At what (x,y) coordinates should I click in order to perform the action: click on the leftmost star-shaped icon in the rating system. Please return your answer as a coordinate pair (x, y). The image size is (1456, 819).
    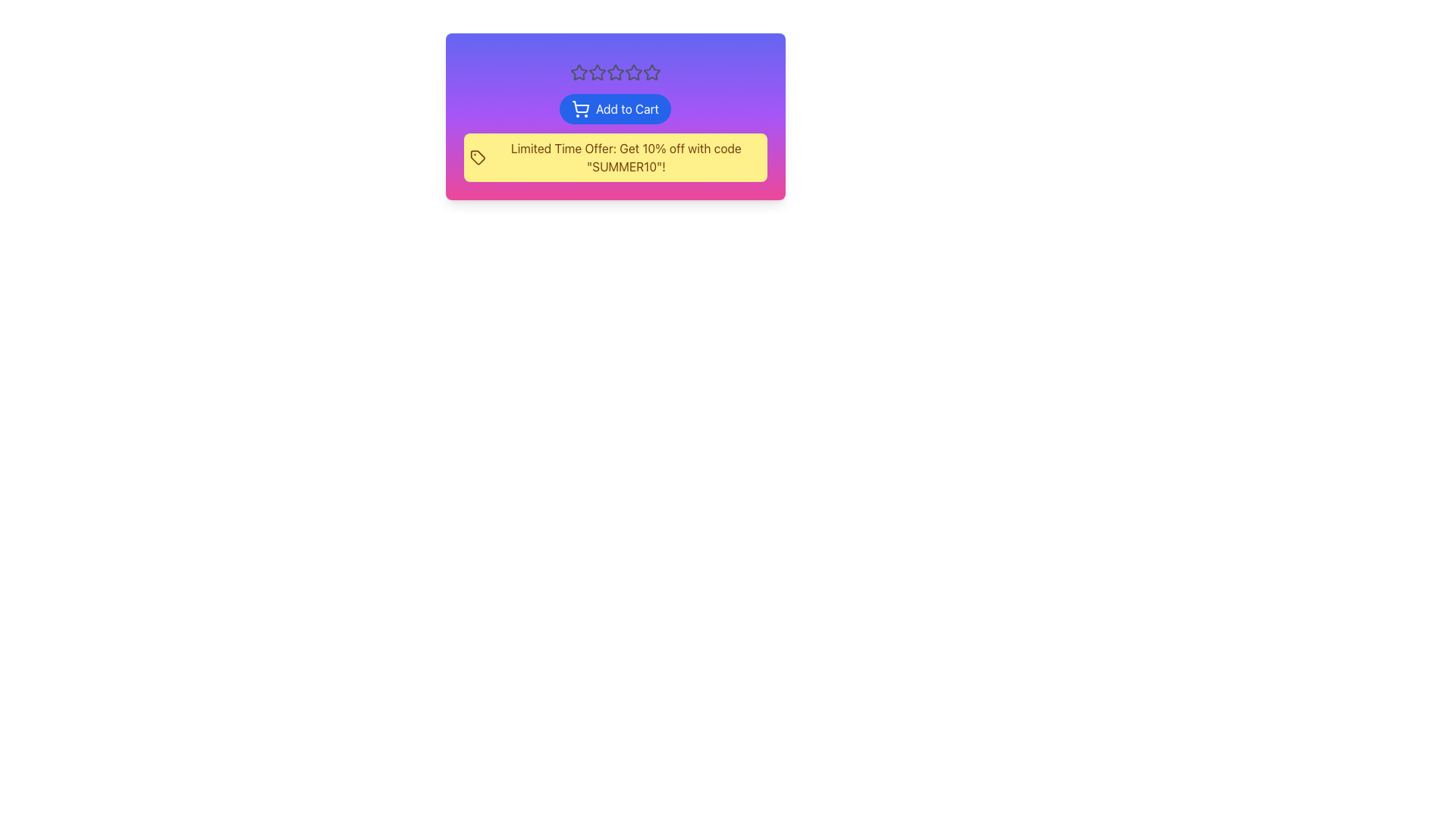
    Looking at the image, I should click on (578, 72).